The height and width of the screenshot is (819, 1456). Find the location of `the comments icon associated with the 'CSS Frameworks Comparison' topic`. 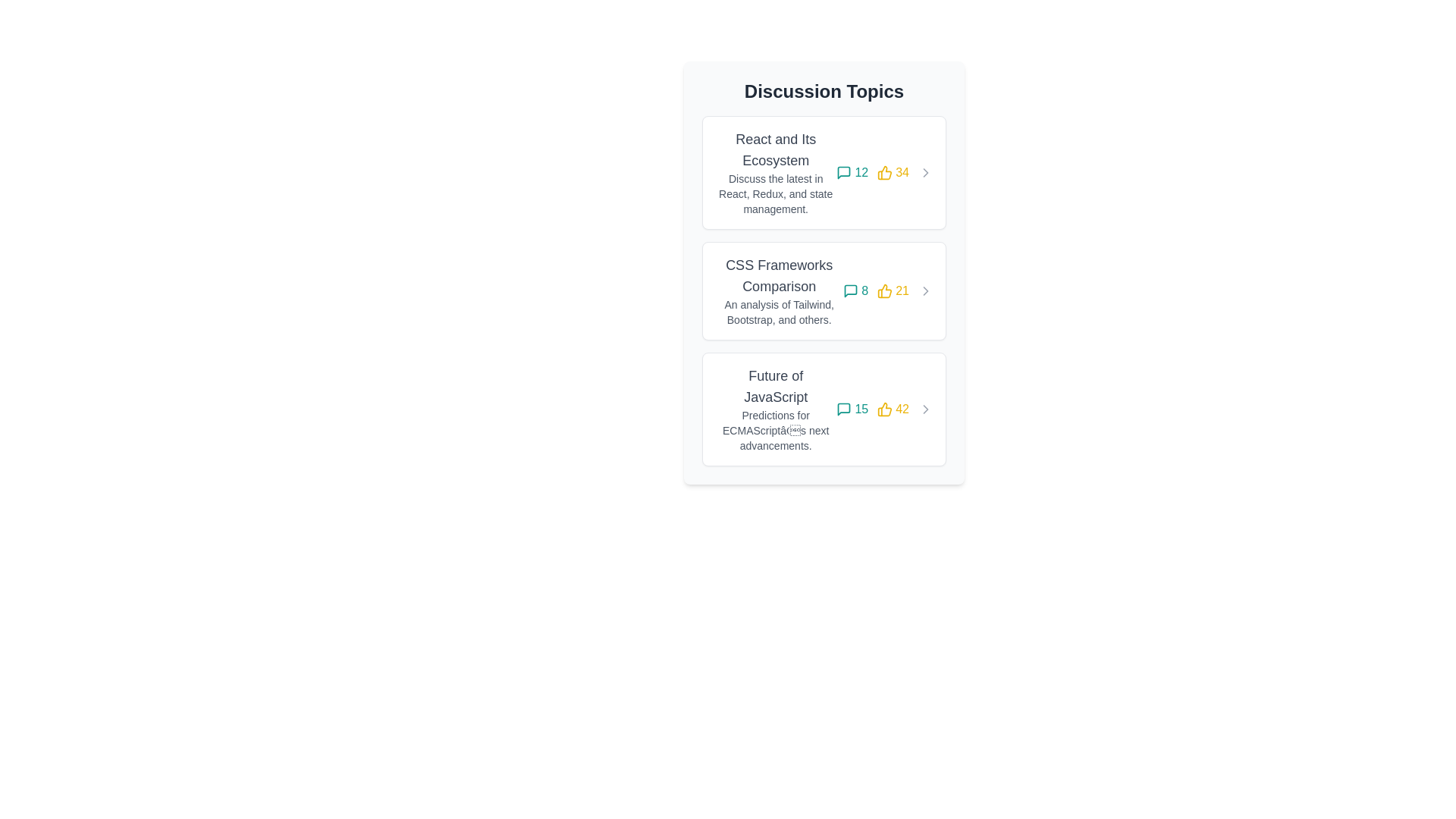

the comments icon associated with the 'CSS Frameworks Comparison' topic is located at coordinates (851, 291).